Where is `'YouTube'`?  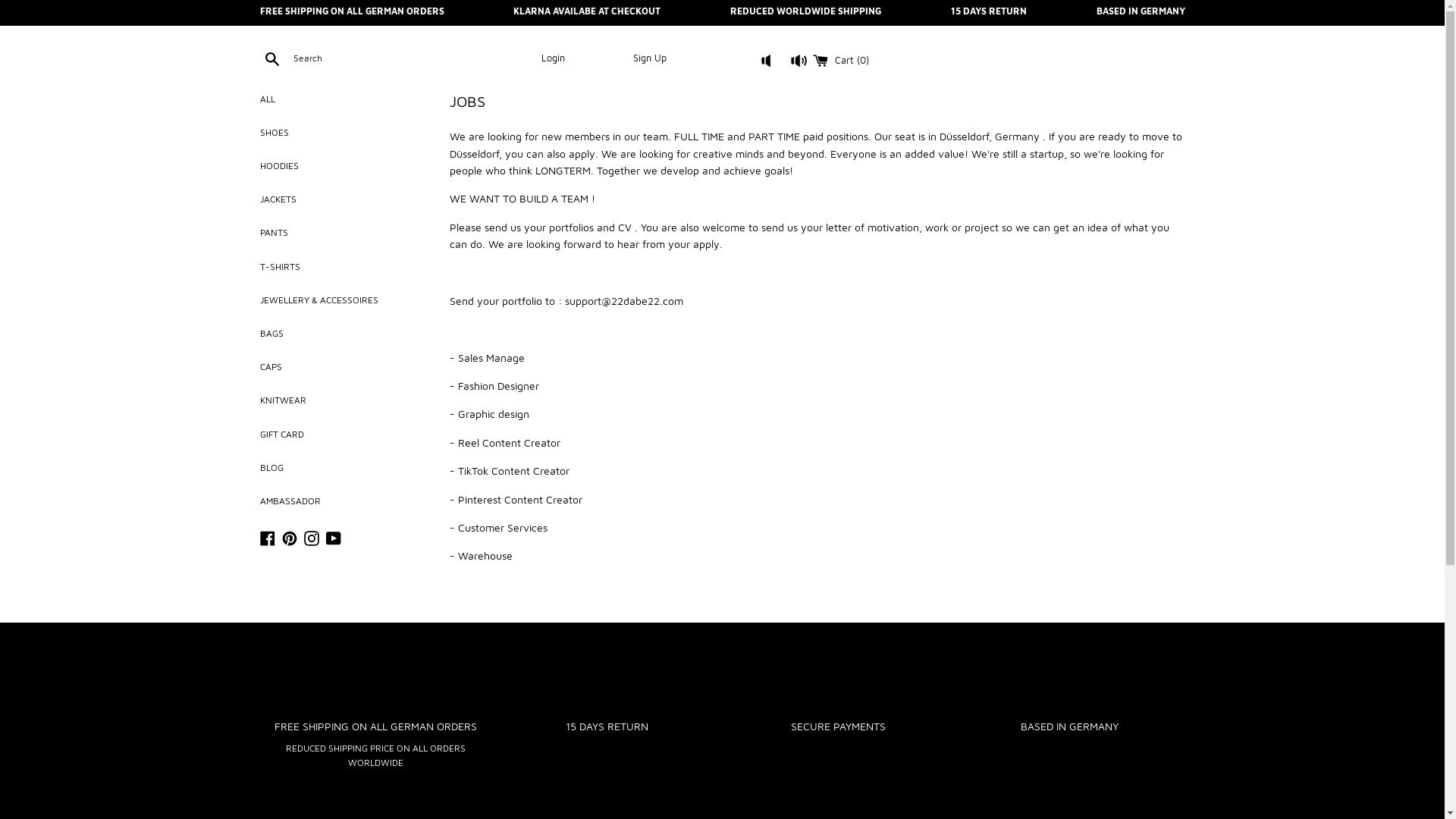
'YouTube' is located at coordinates (333, 535).